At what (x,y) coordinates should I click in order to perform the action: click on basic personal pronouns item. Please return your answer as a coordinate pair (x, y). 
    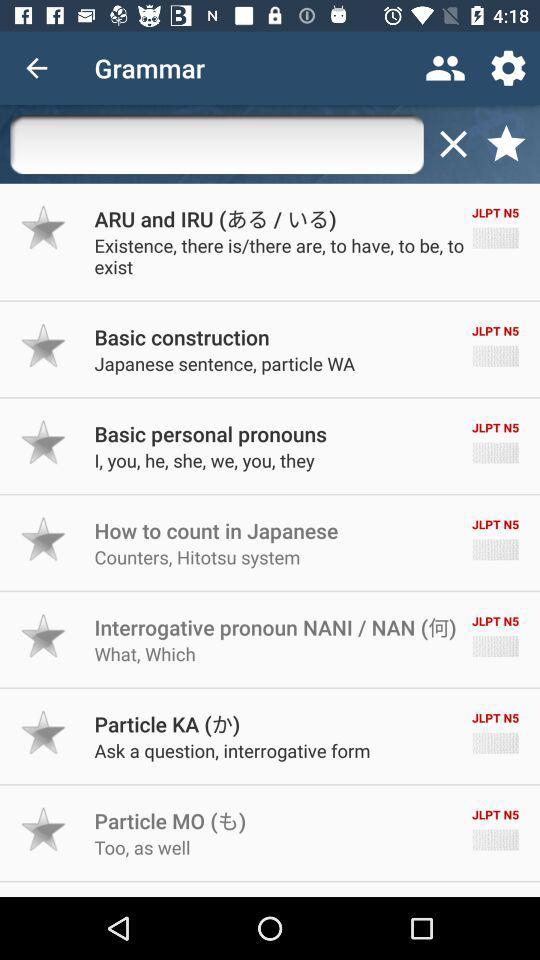
    Looking at the image, I should click on (209, 433).